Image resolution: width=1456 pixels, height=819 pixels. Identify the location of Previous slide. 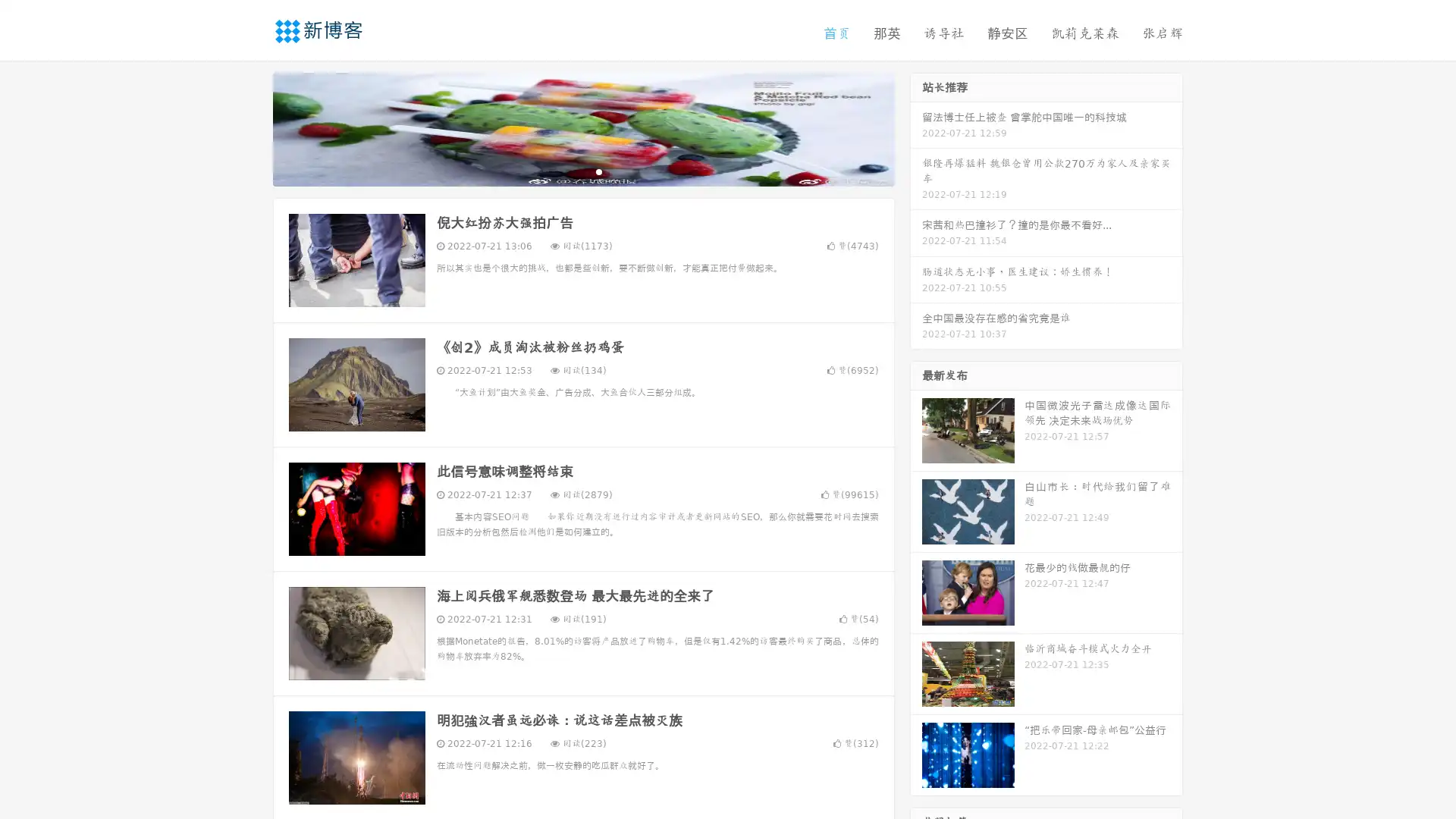
(250, 127).